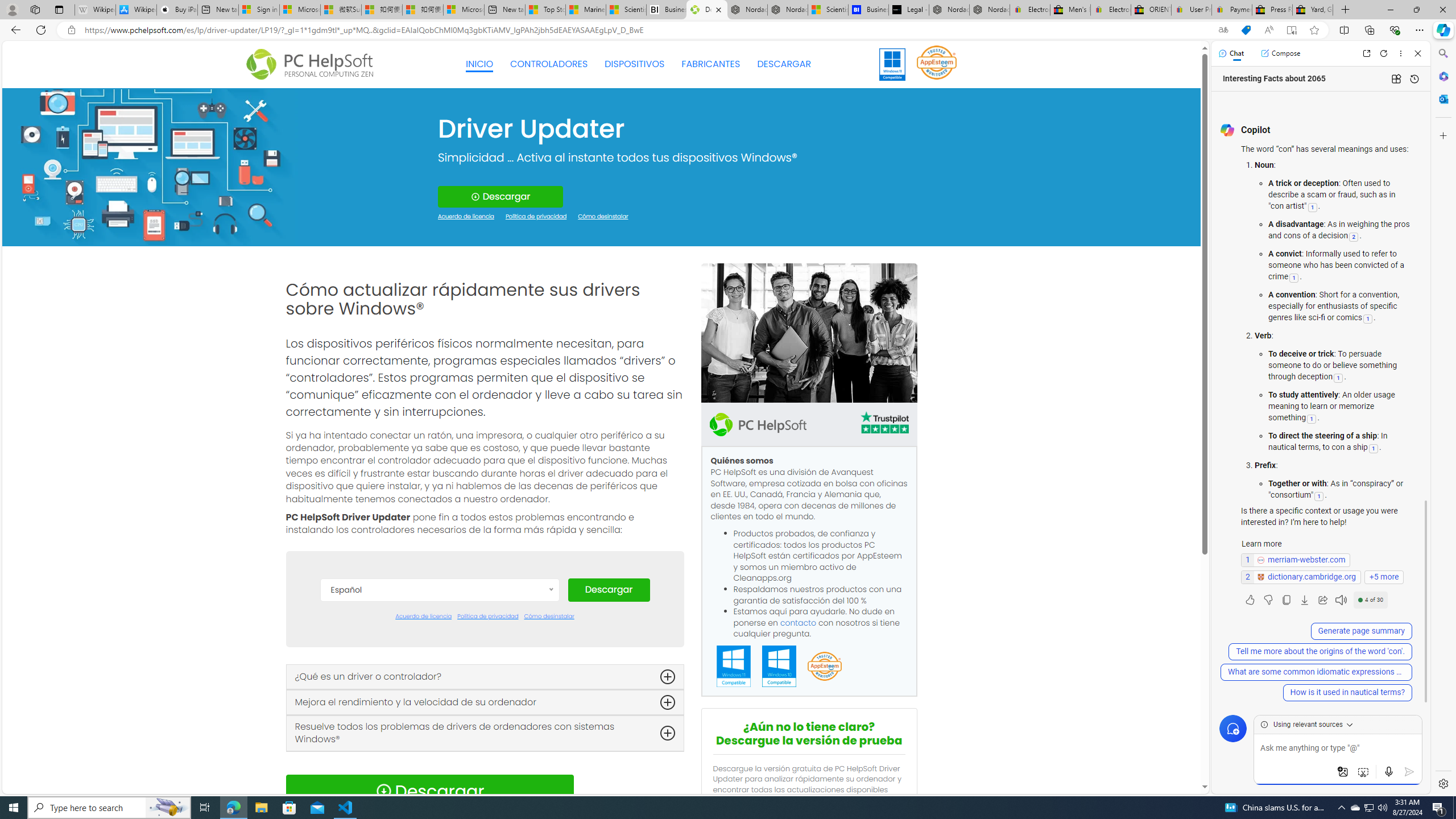  Describe the element at coordinates (1231, 9) in the screenshot. I see `'Payments Terms of Use | eBay.com'` at that location.